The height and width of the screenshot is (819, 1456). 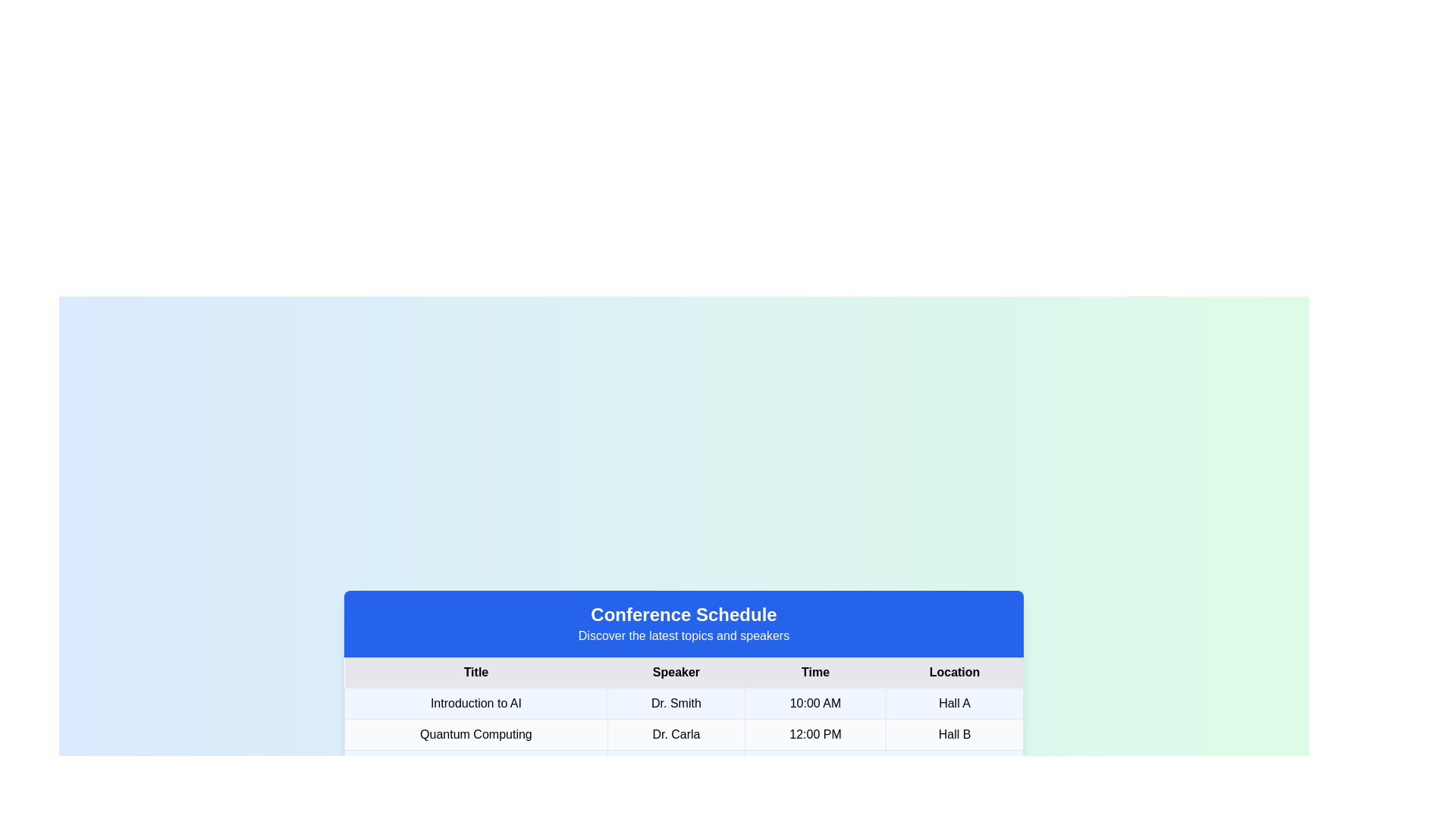 What do you see at coordinates (683, 636) in the screenshot?
I see `the text label providing information about the conference schedule, located centrally below the 'Conference Schedule' title within a blue background` at bounding box center [683, 636].